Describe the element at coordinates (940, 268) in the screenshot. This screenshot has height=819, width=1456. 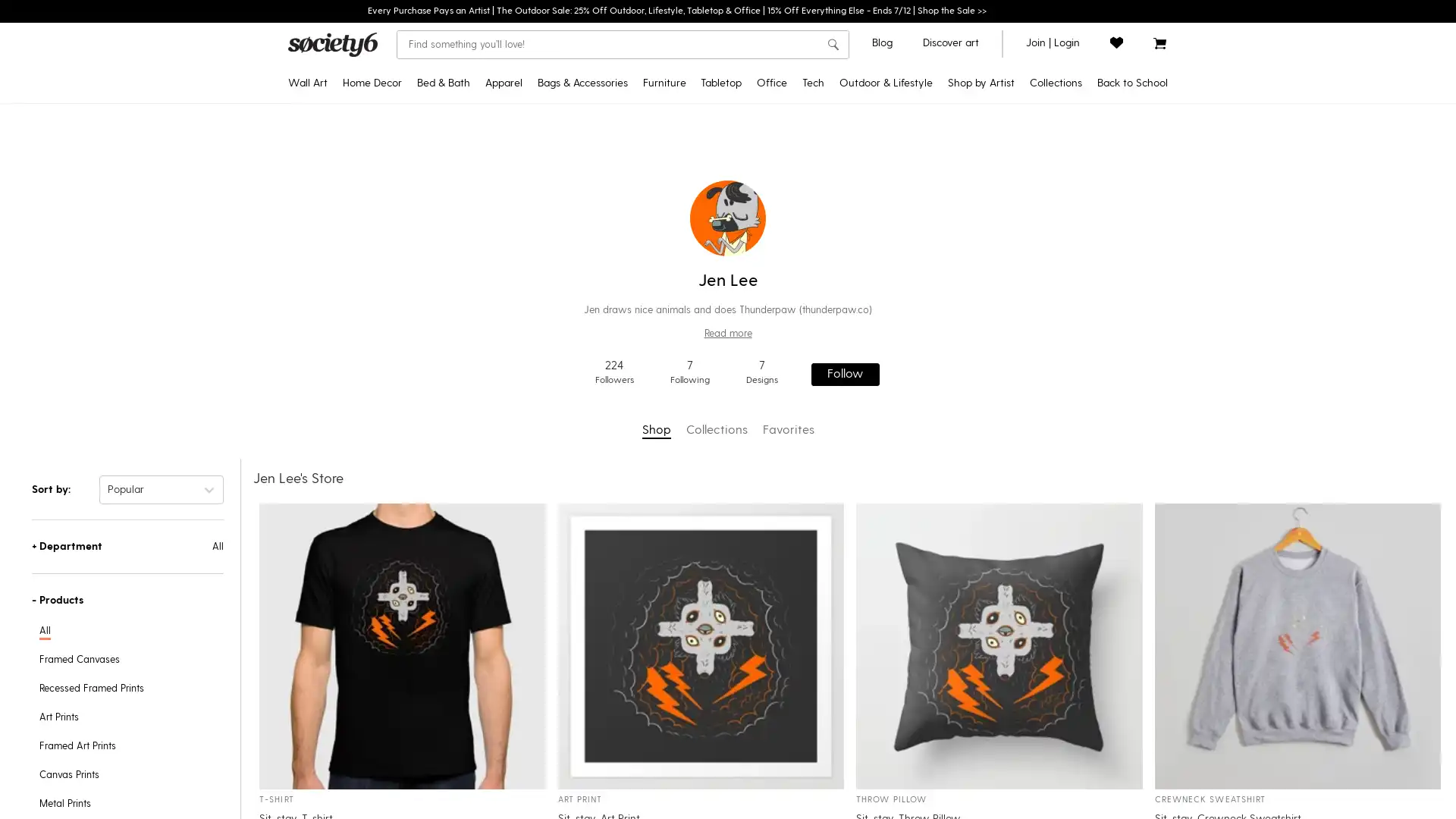
I see `Support Ukrainian Artists` at that location.